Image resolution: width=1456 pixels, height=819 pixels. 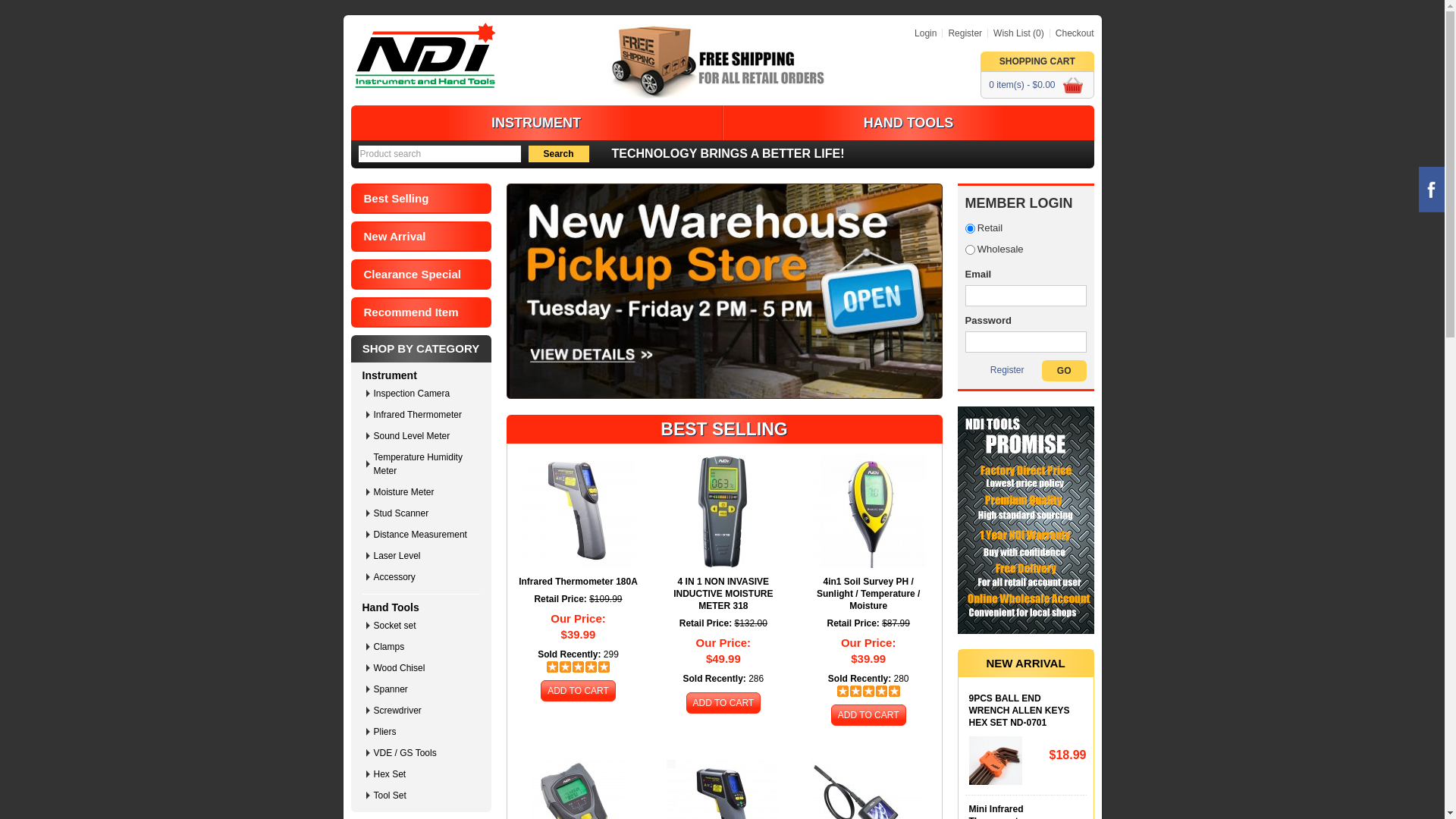 What do you see at coordinates (723, 593) in the screenshot?
I see `'4 IN 1 NON INVASIVE INDUCTIVE MOISTURE METER 318'` at bounding box center [723, 593].